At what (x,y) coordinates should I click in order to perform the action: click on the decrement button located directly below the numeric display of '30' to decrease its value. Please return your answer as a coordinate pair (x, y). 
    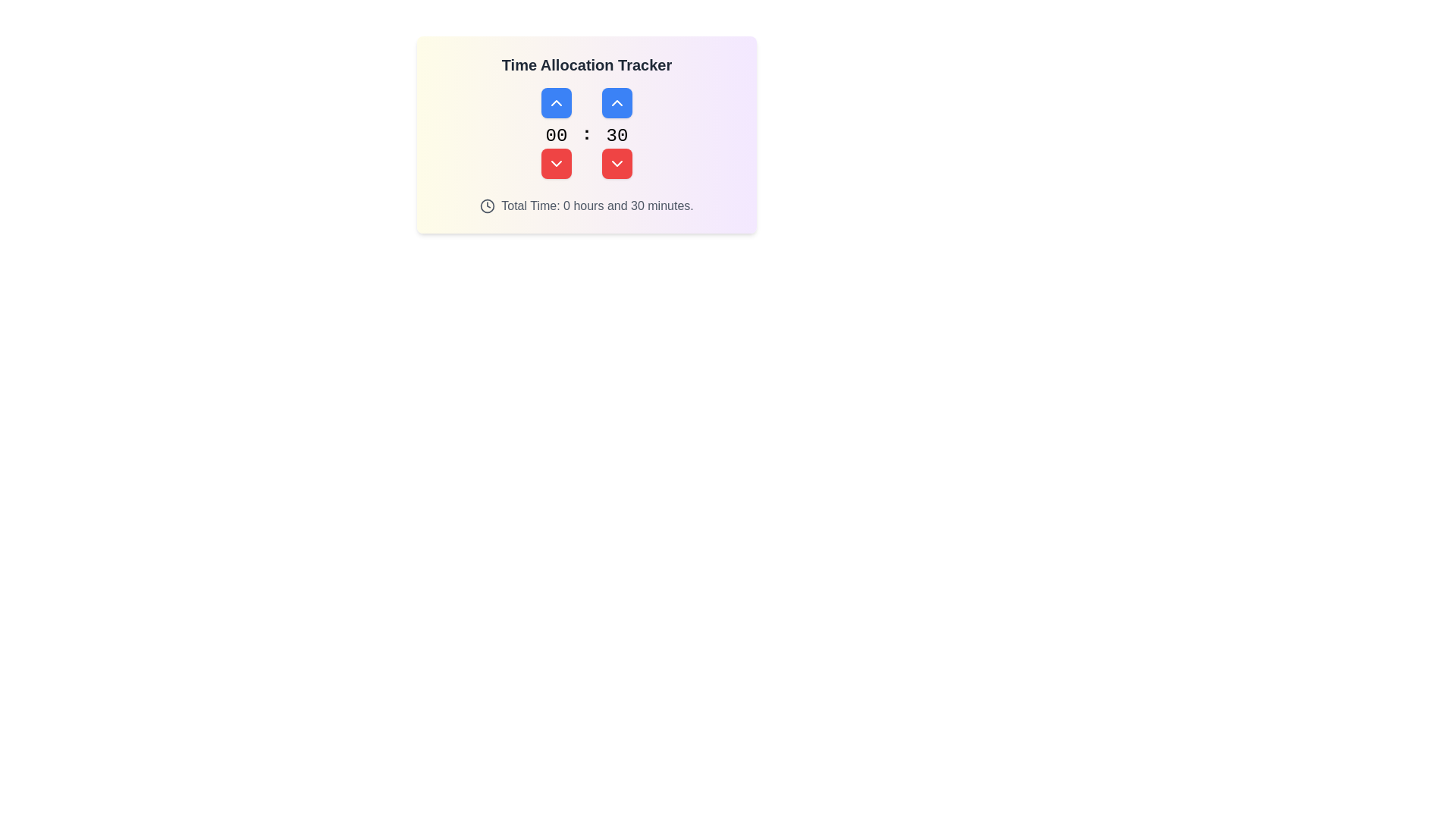
    Looking at the image, I should click on (617, 164).